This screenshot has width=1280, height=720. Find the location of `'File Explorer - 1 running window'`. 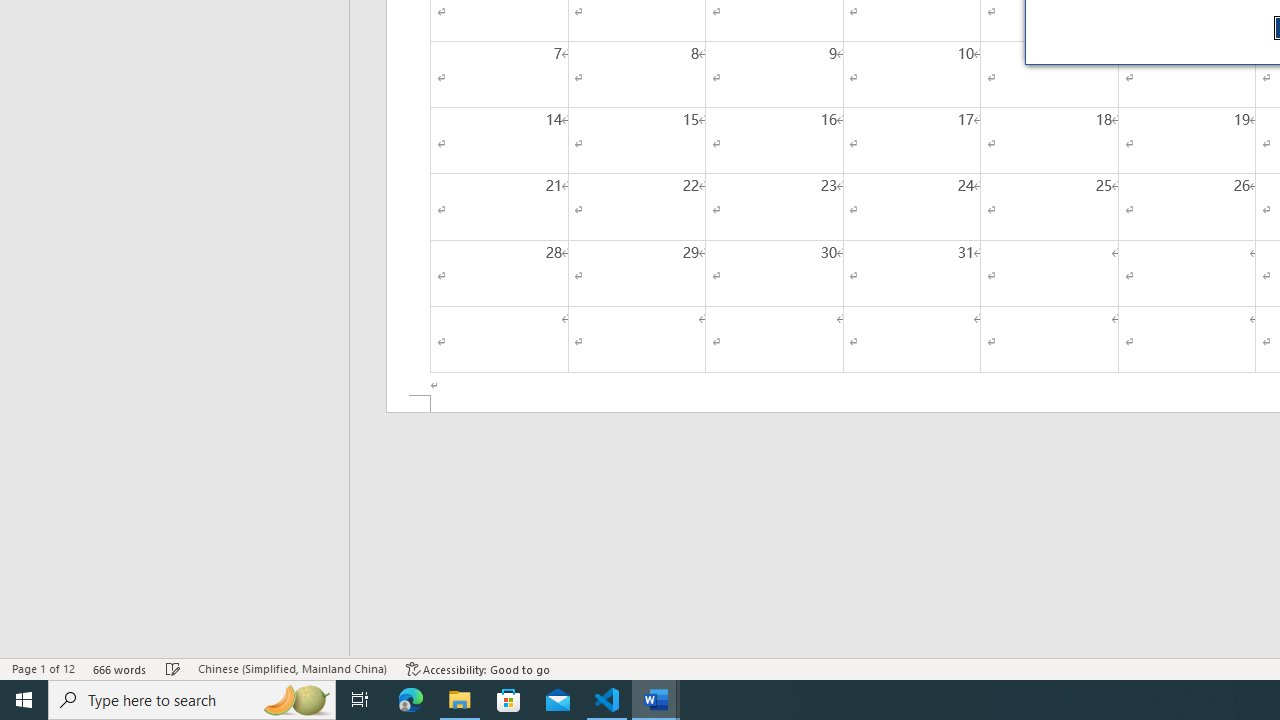

'File Explorer - 1 running window' is located at coordinates (459, 698).